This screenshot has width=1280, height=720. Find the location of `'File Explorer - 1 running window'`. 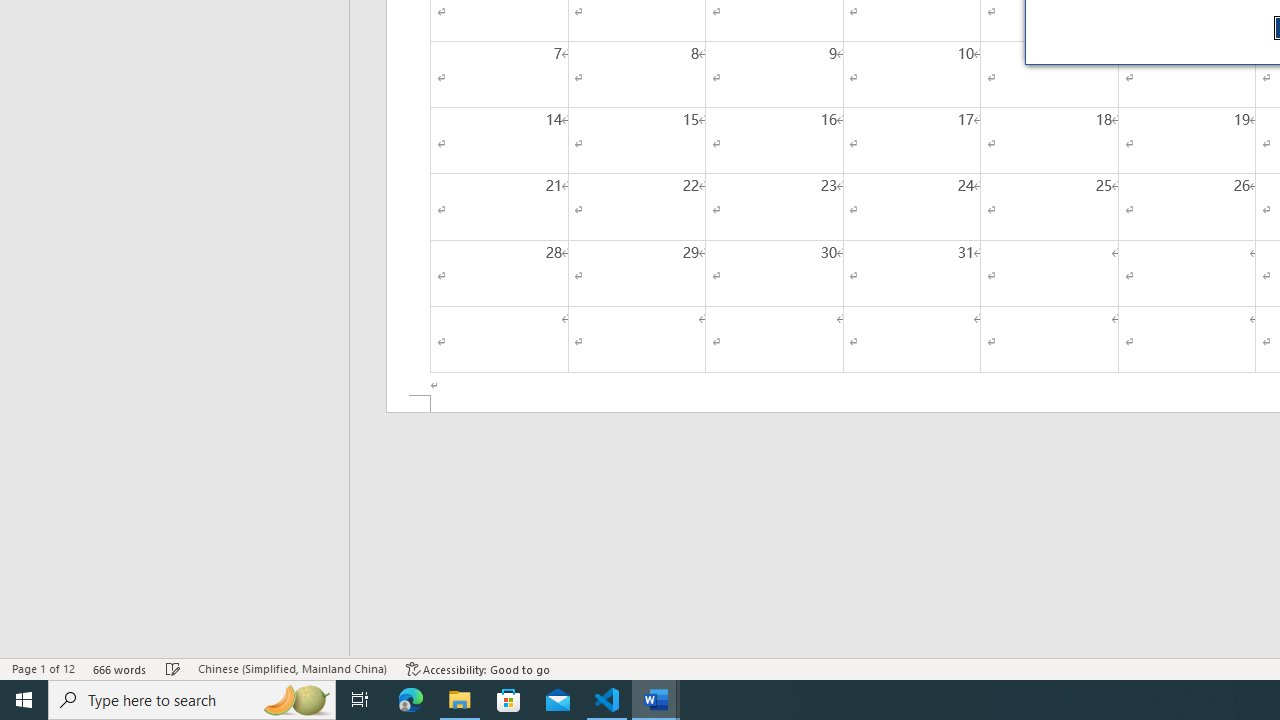

'File Explorer - 1 running window' is located at coordinates (459, 698).